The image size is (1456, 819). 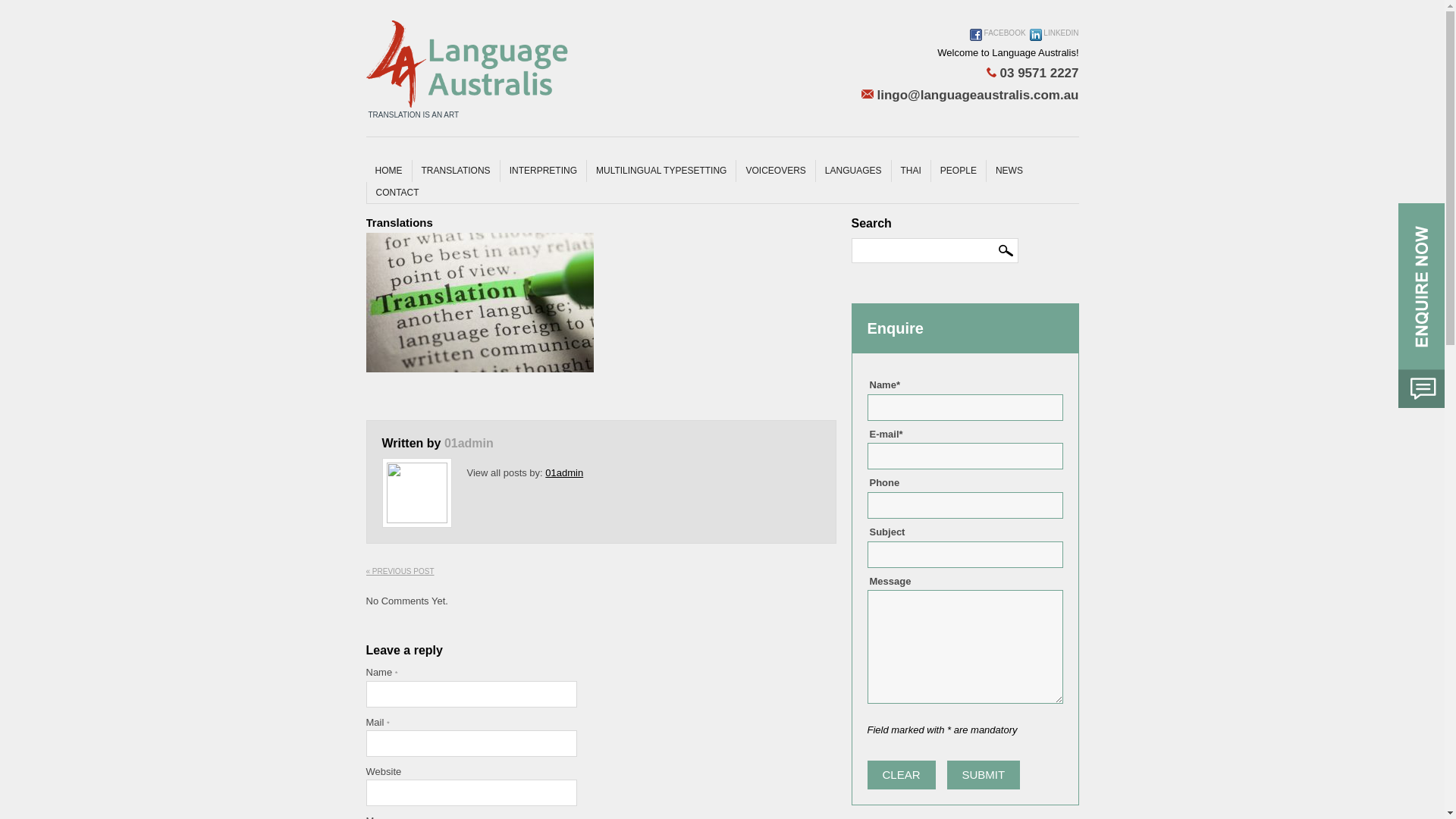 What do you see at coordinates (910, 171) in the screenshot?
I see `'THAI'` at bounding box center [910, 171].